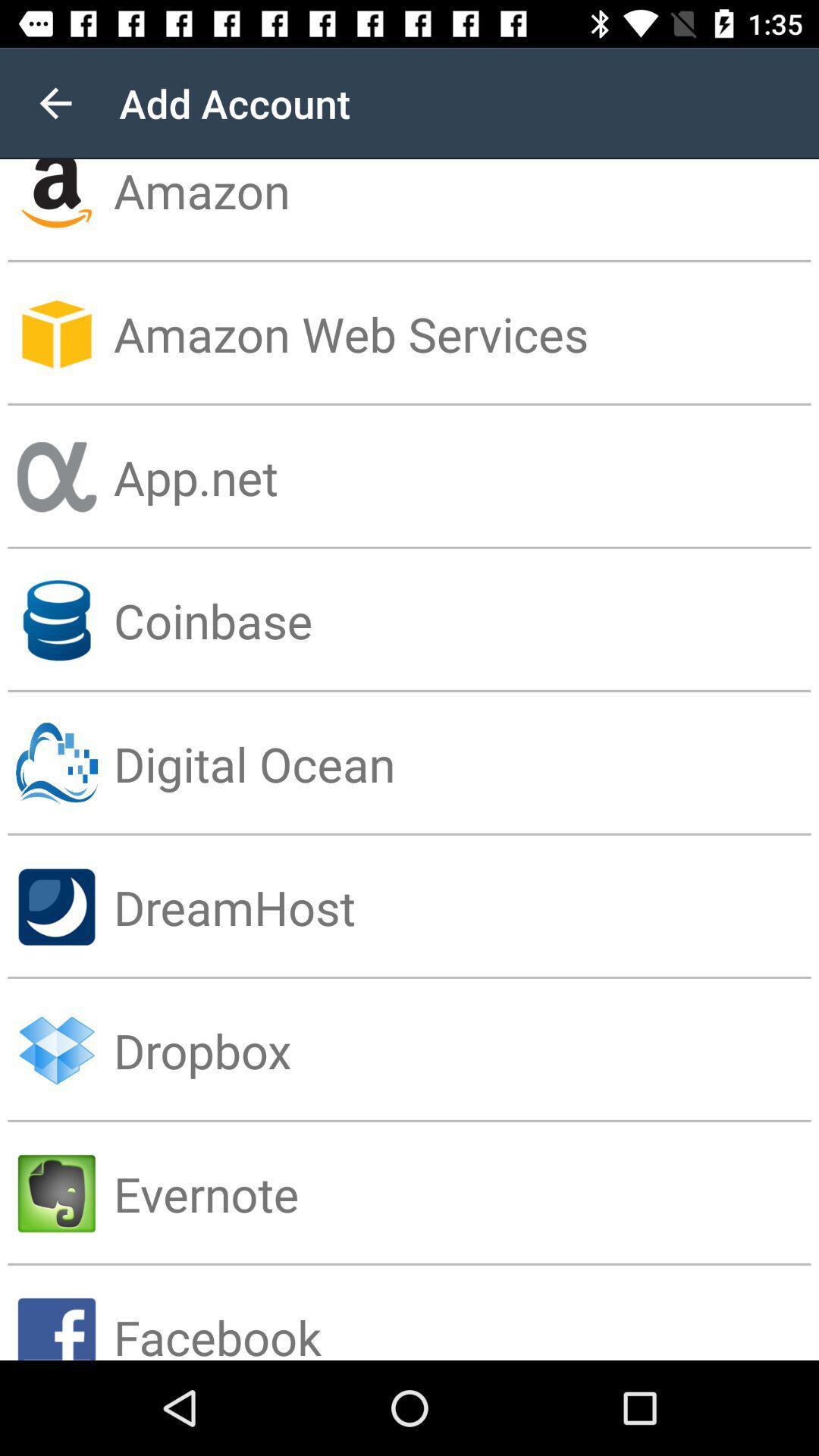 This screenshot has height=1456, width=819. What do you see at coordinates (465, 1050) in the screenshot?
I see `the dropbox app` at bounding box center [465, 1050].